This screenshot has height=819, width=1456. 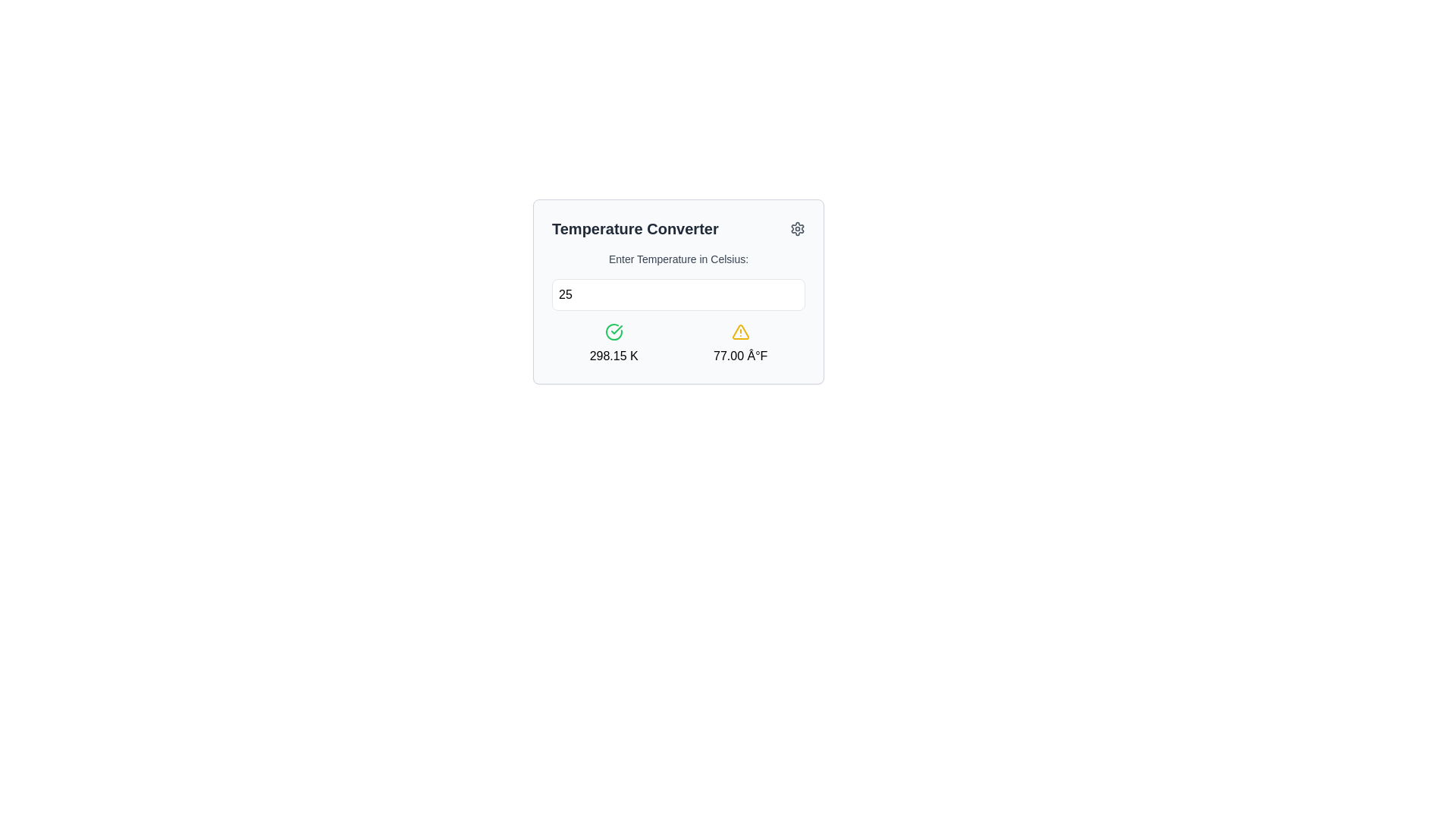 I want to click on the temperature display label showing temperature in Kelvin, which is positioned beneath a checkmark icon and a warning icon in the temperature conversion interface, so click(x=613, y=356).